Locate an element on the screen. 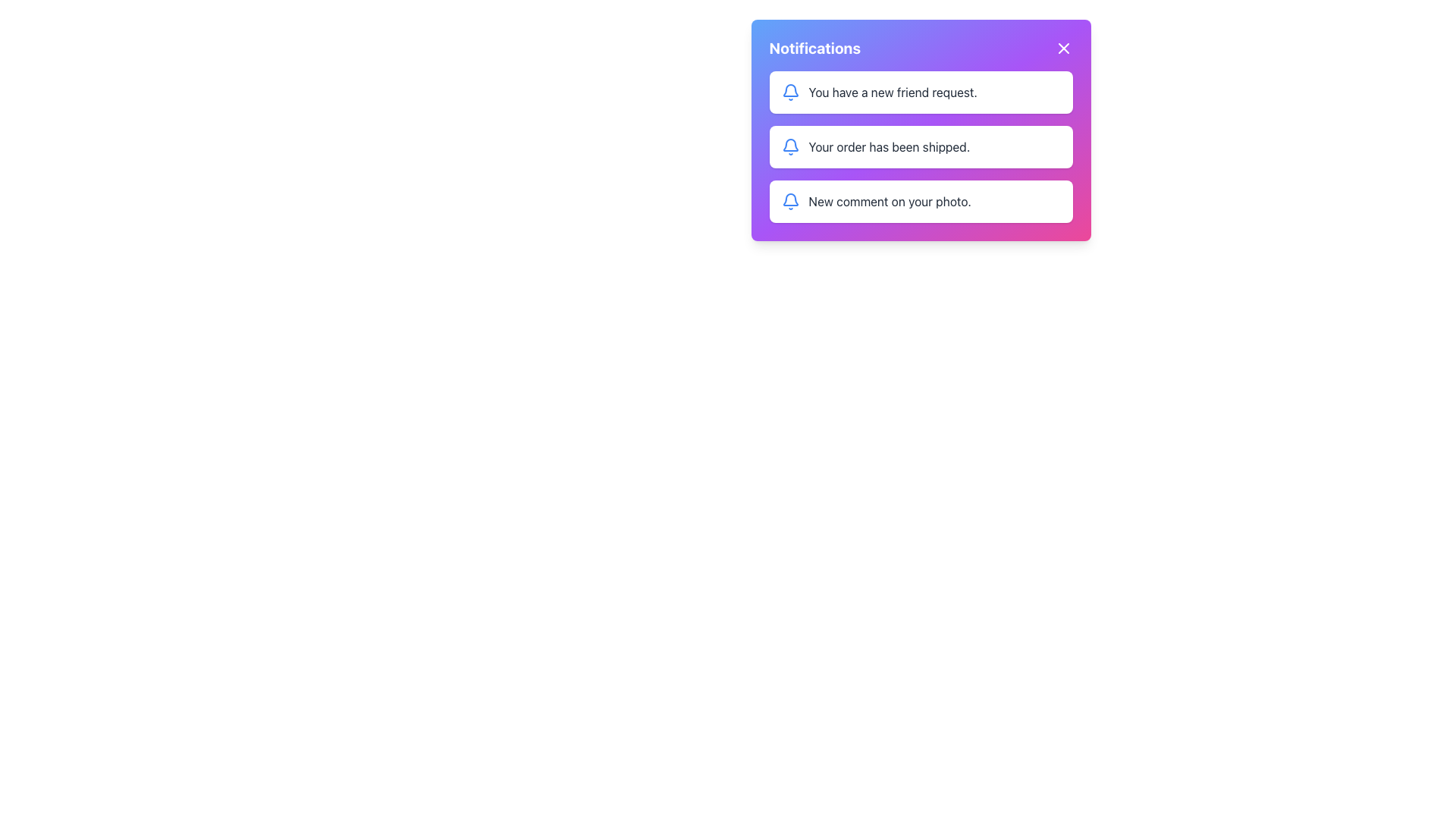  the close button located in the top-right corner of the notification panel is located at coordinates (1062, 48).